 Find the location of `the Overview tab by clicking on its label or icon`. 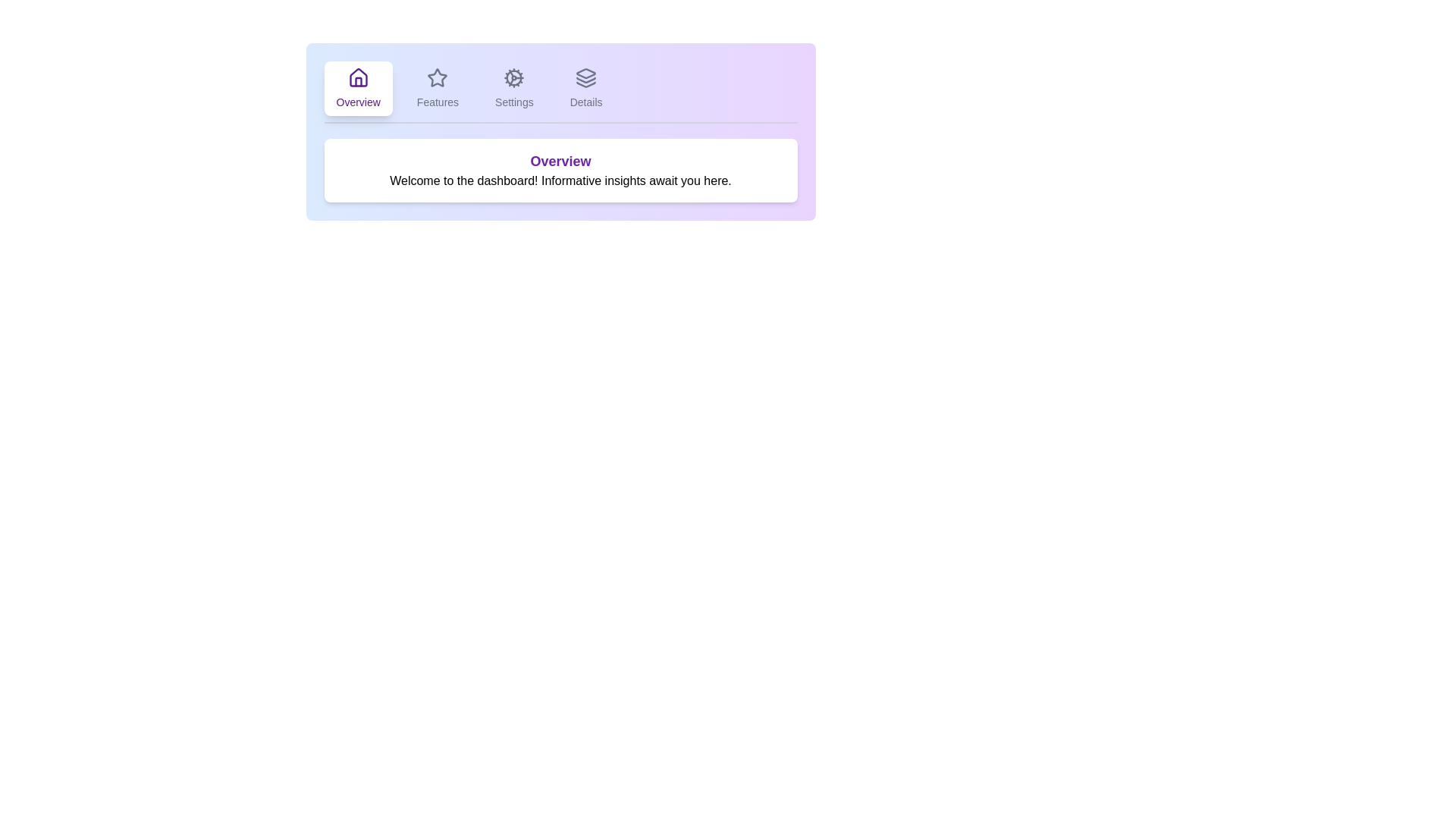

the Overview tab by clicking on its label or icon is located at coordinates (356, 88).